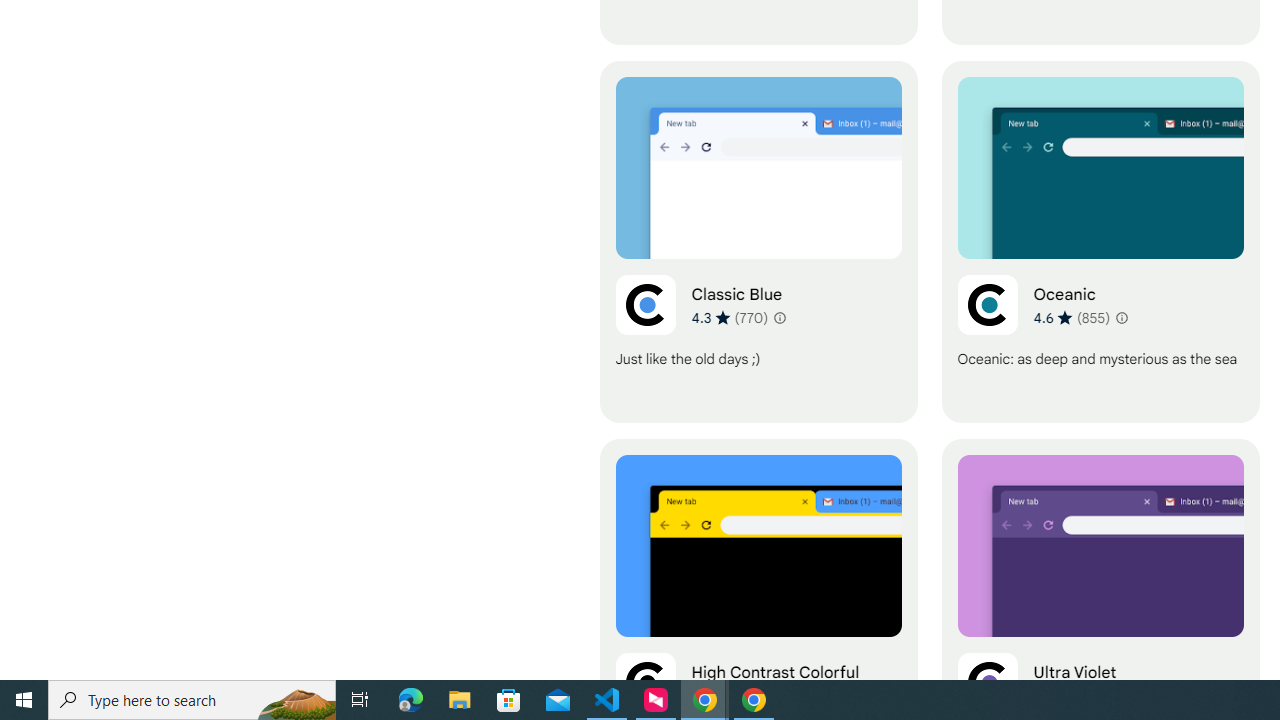 The image size is (1280, 720). I want to click on 'Learn more about results and reviews "Classic Blue"', so click(777, 316).